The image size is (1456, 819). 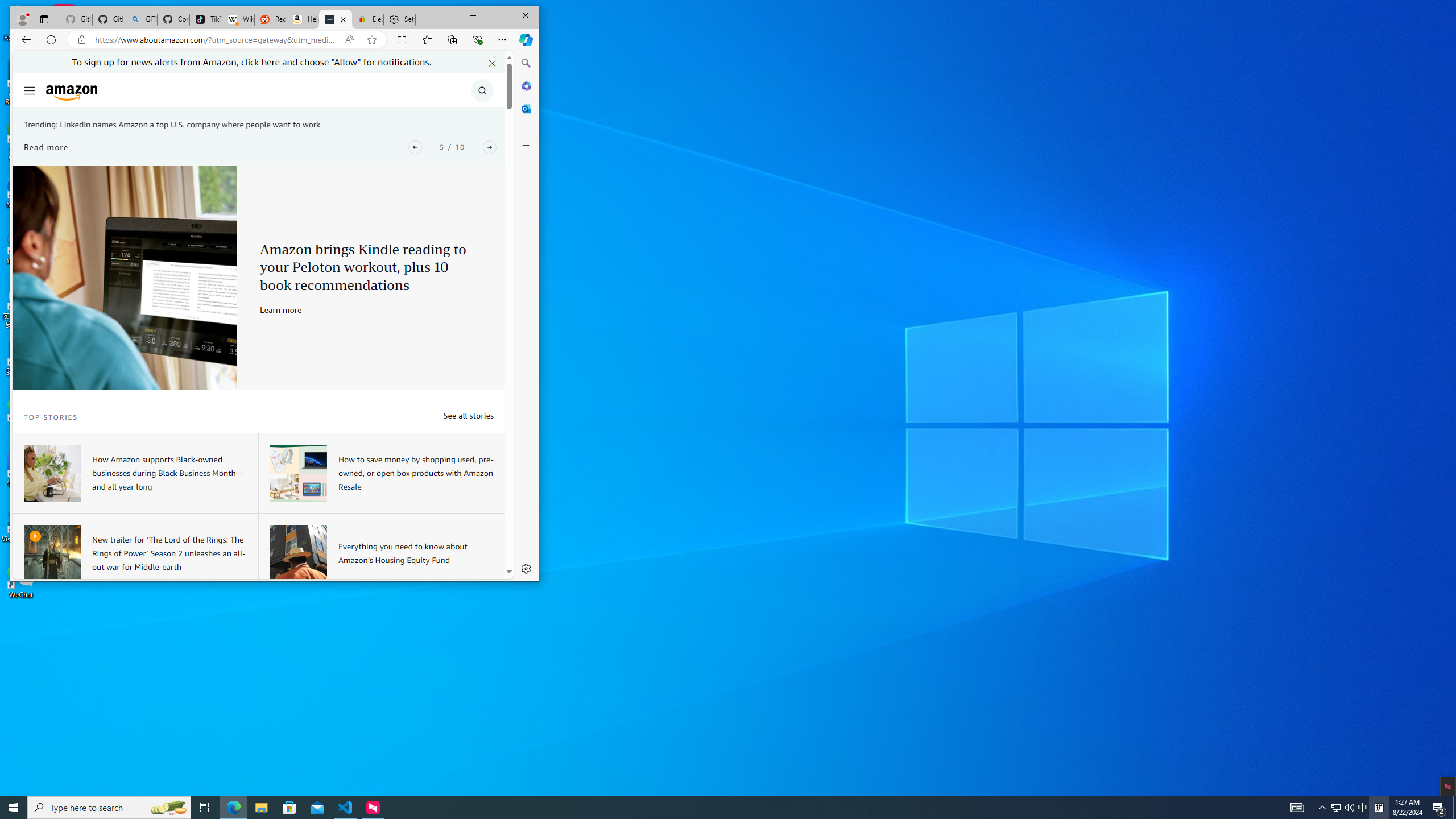 I want to click on 'Tray Input Indicator - Chinese (Simplified, China)', so click(x=1379, y=806).